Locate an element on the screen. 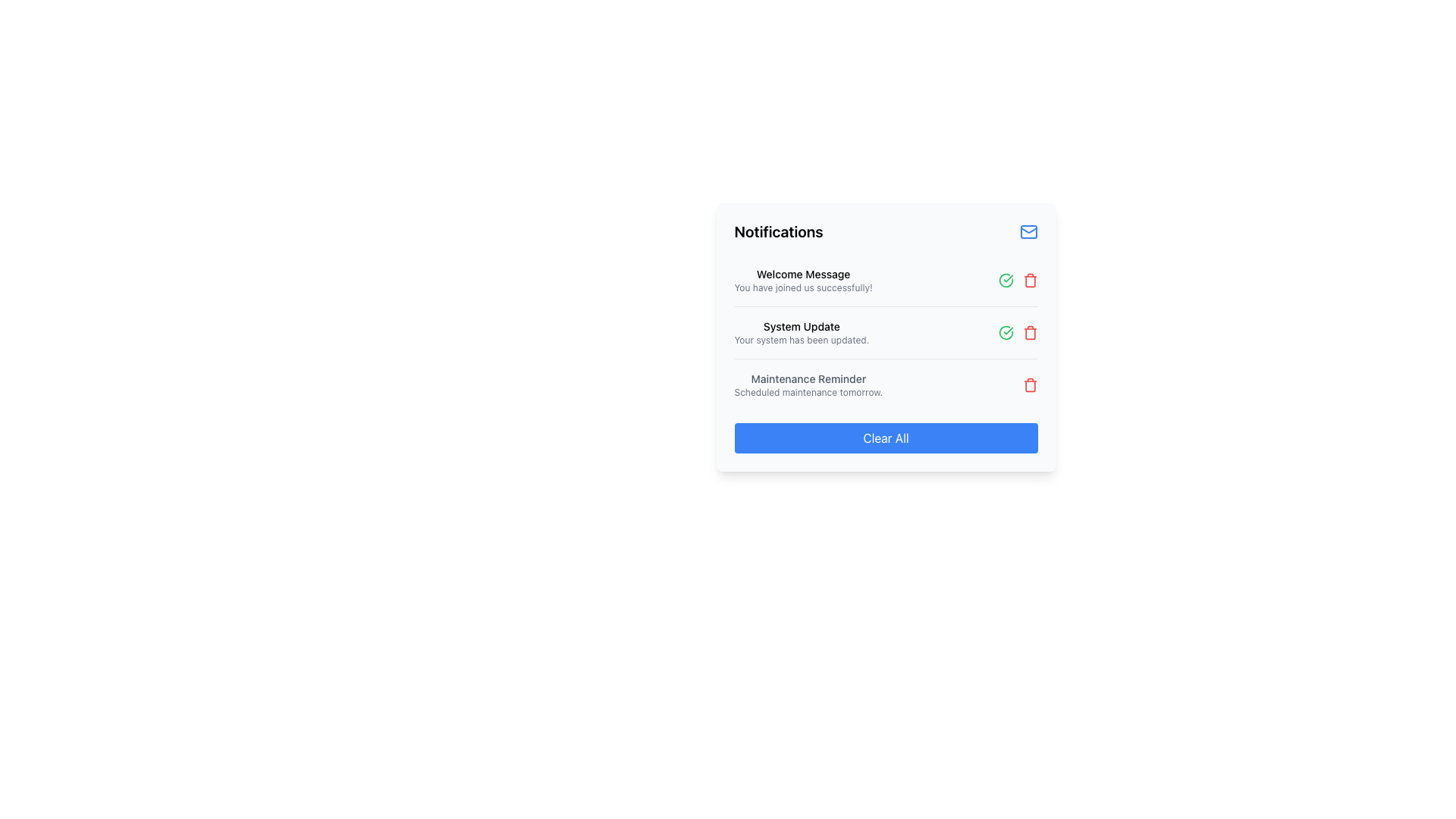  the button located as the last sibling in the row of icons is located at coordinates (1030, 332).